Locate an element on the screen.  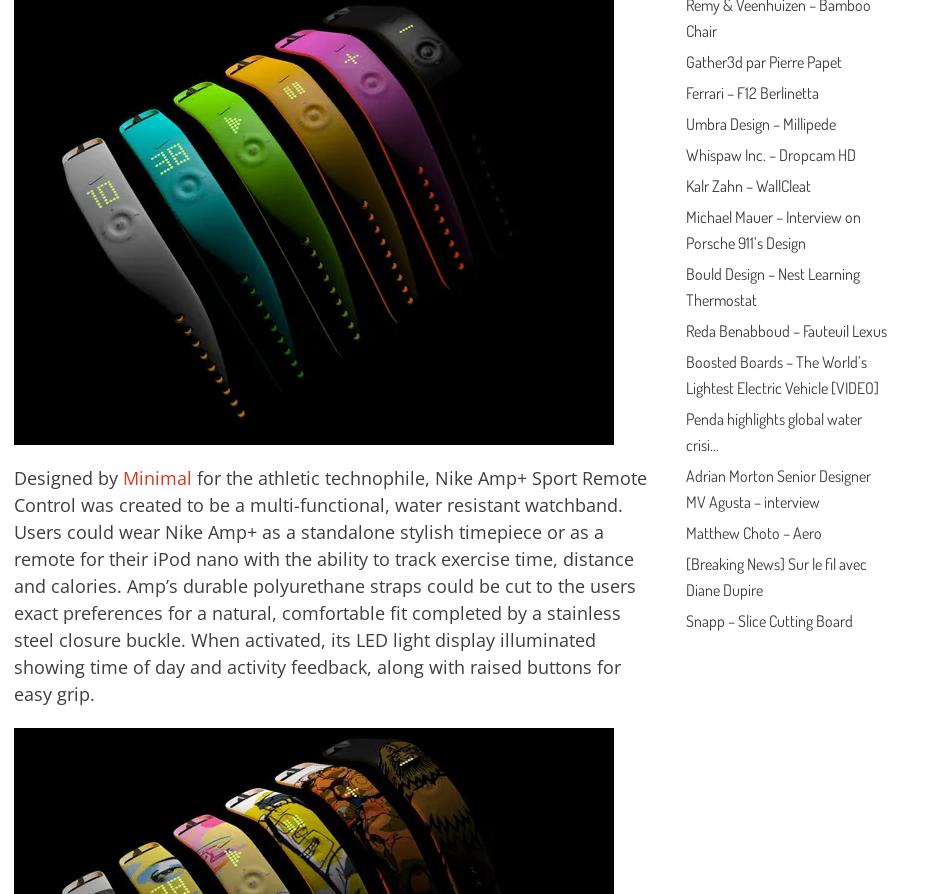
'Designed by' is located at coordinates (68, 477).